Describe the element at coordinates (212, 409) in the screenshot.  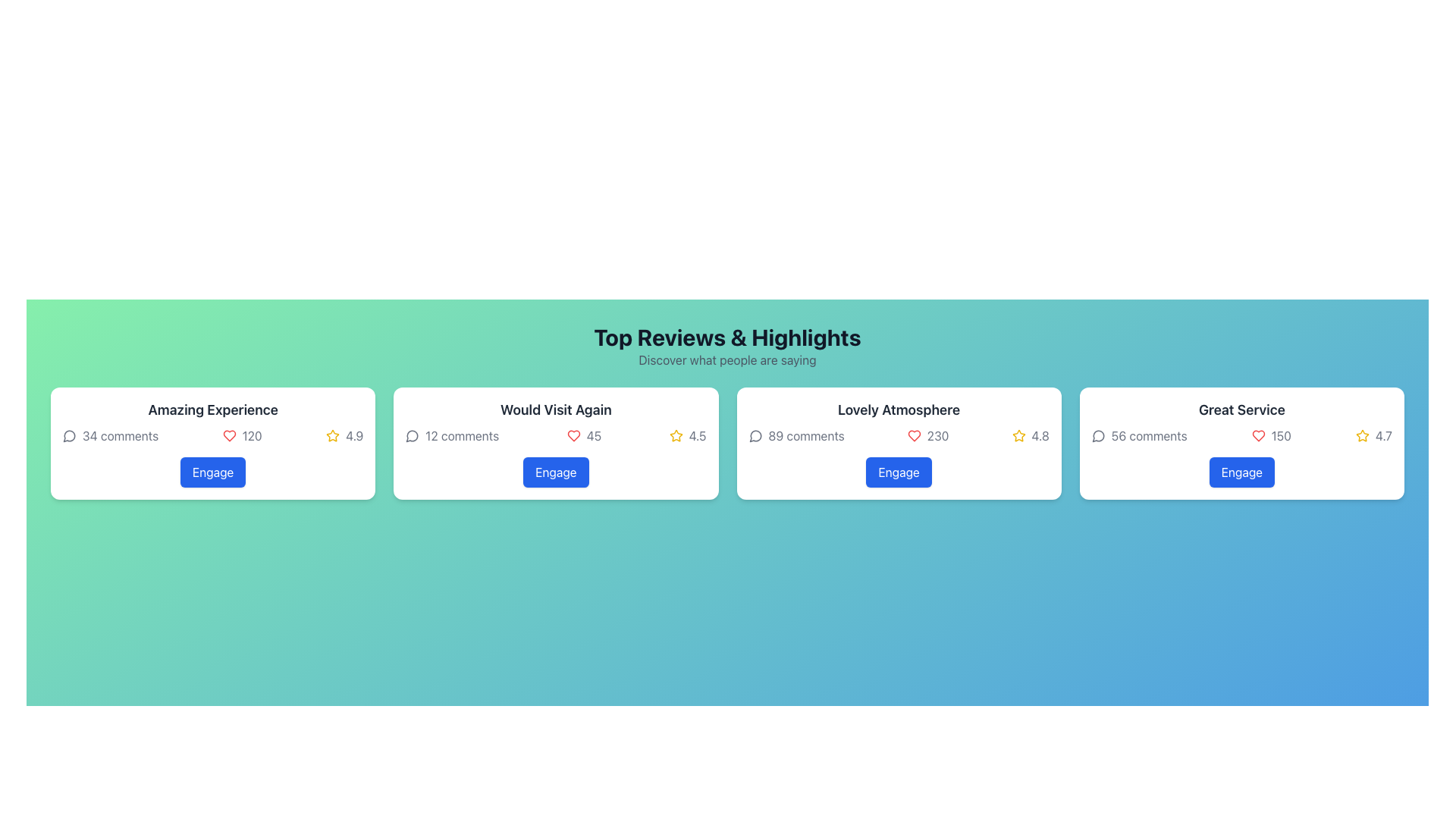
I see `title text of the leftmost card, which is positioned at the top center of the card, above the comments, likes, and rating details` at that location.